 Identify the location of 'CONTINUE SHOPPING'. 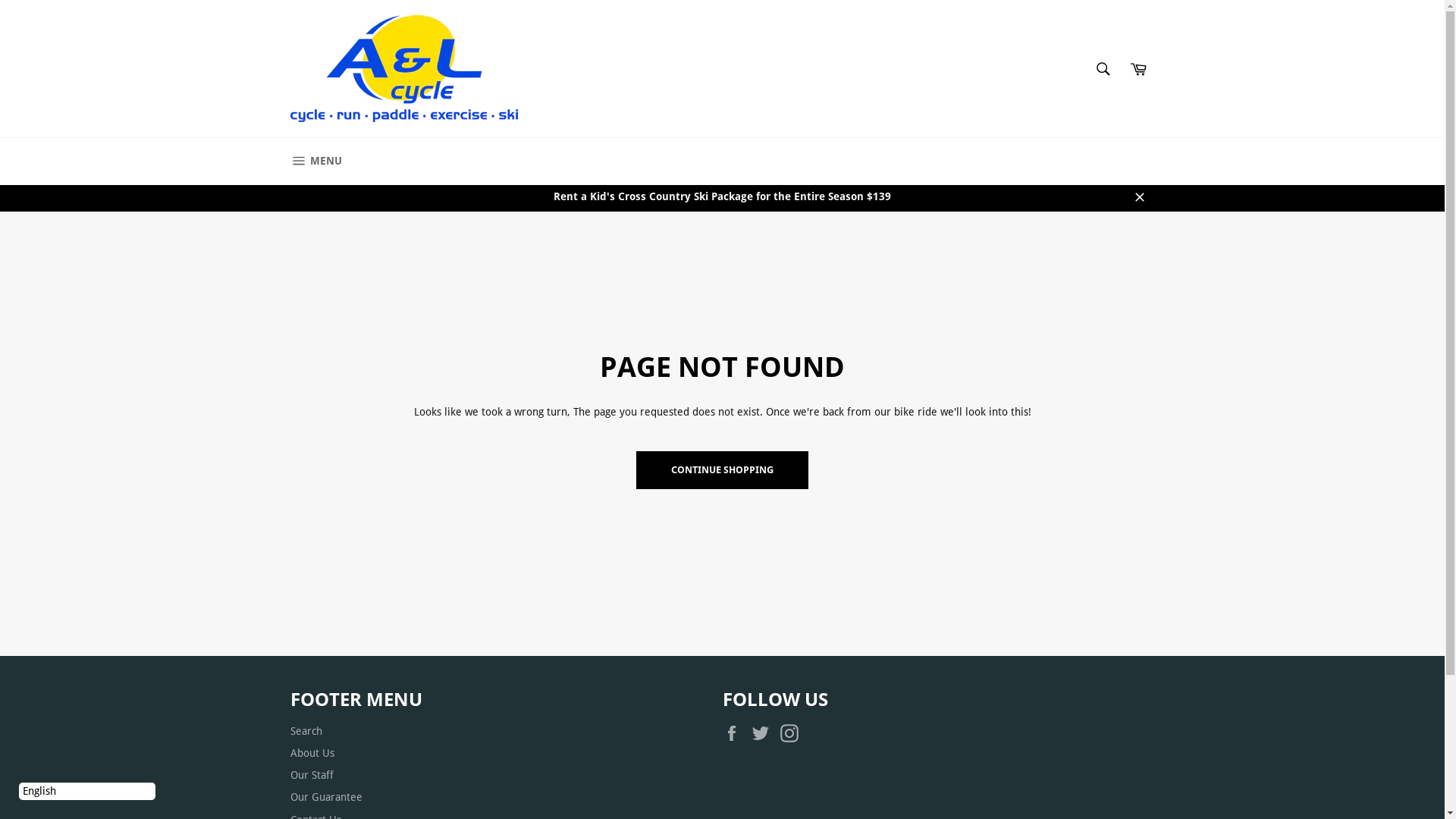
(721, 469).